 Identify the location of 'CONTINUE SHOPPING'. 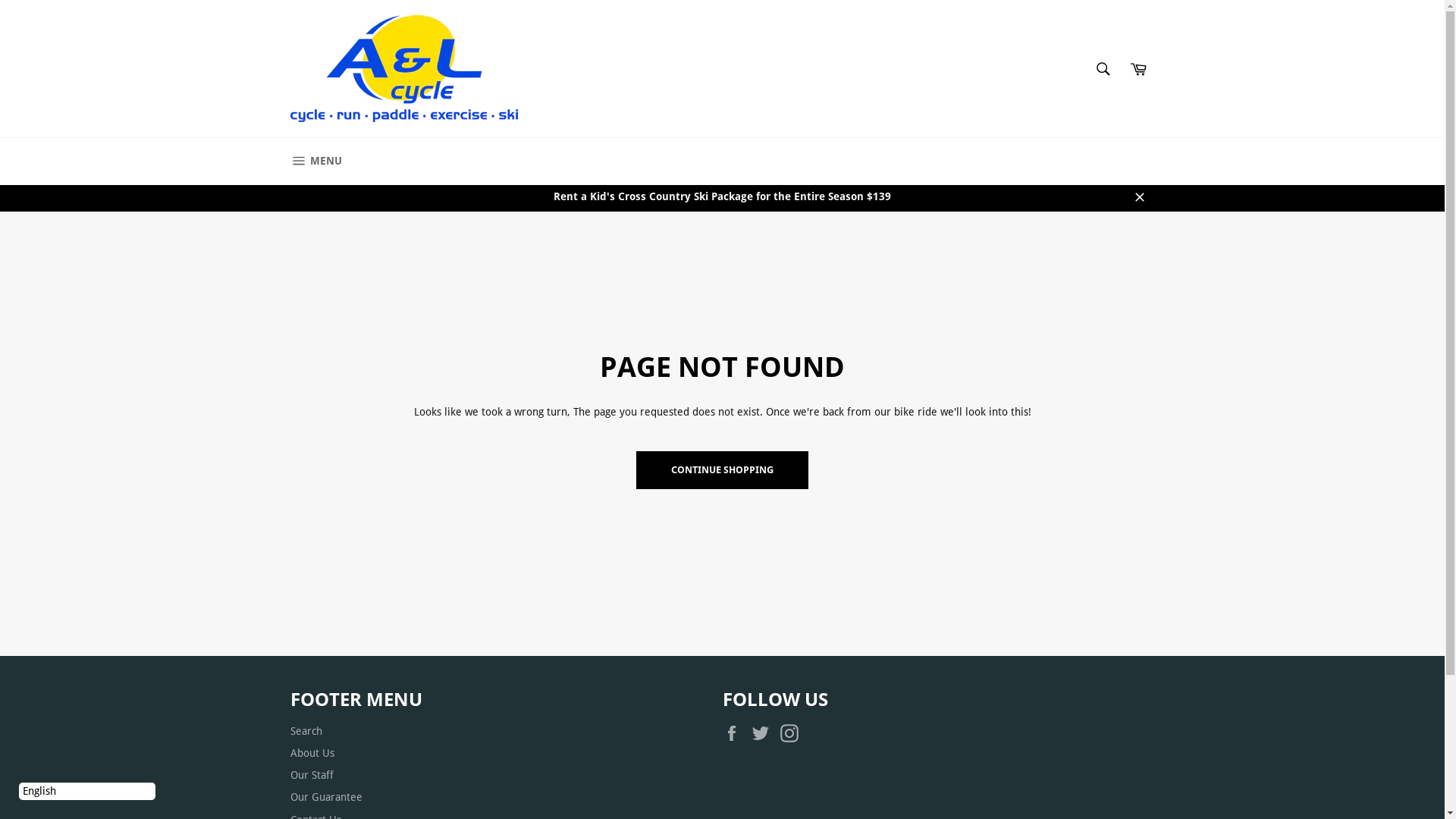
(721, 469).